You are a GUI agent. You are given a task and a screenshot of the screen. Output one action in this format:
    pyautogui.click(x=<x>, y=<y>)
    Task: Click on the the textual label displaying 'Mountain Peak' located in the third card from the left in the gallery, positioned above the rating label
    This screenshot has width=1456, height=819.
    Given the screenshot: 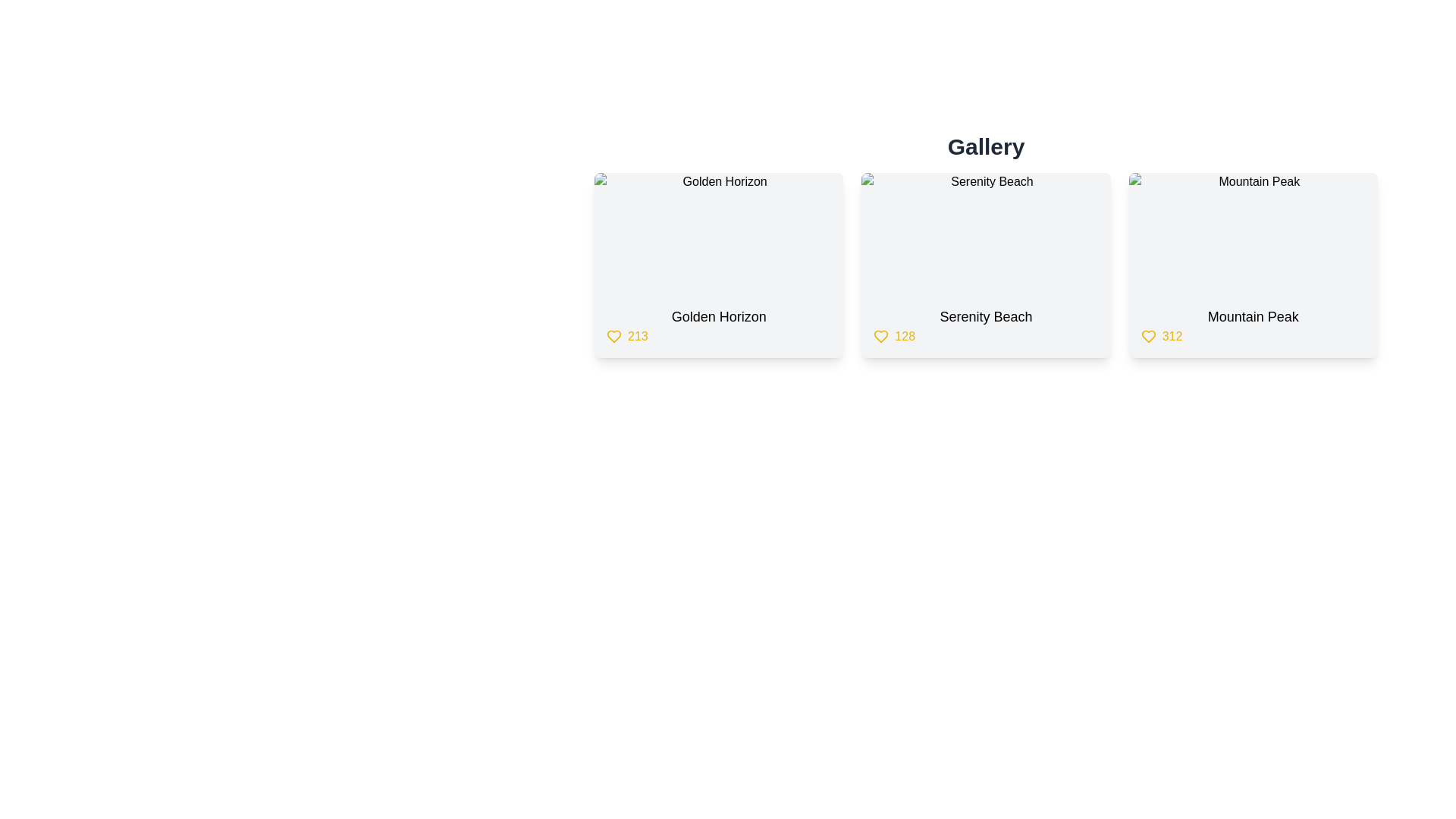 What is the action you would take?
    pyautogui.click(x=1253, y=315)
    